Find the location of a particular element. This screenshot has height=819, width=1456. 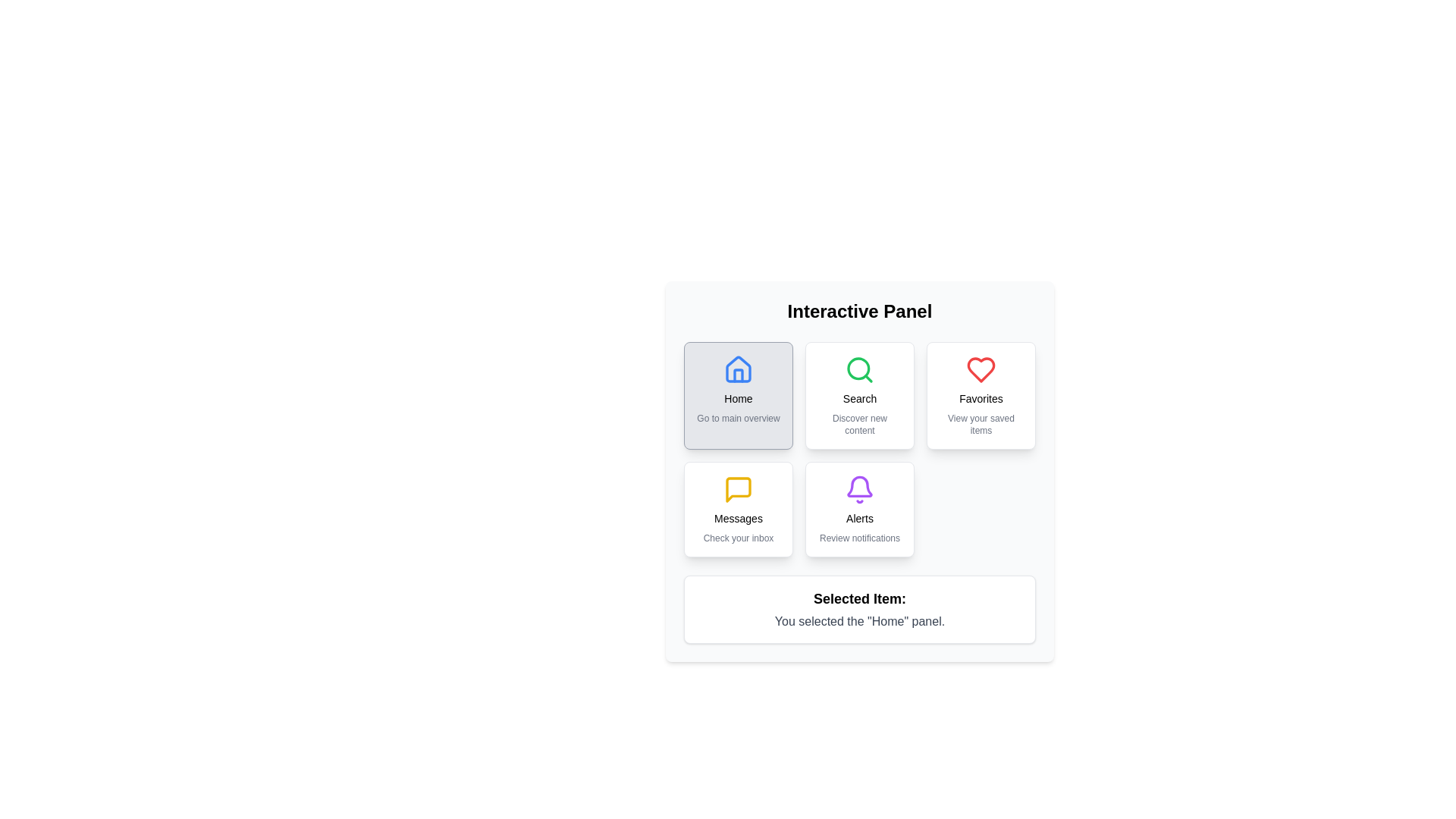

feedback message text 'You selected the "Home" panel.' which appears below 'Selected Item:' in the feedback section is located at coordinates (859, 622).